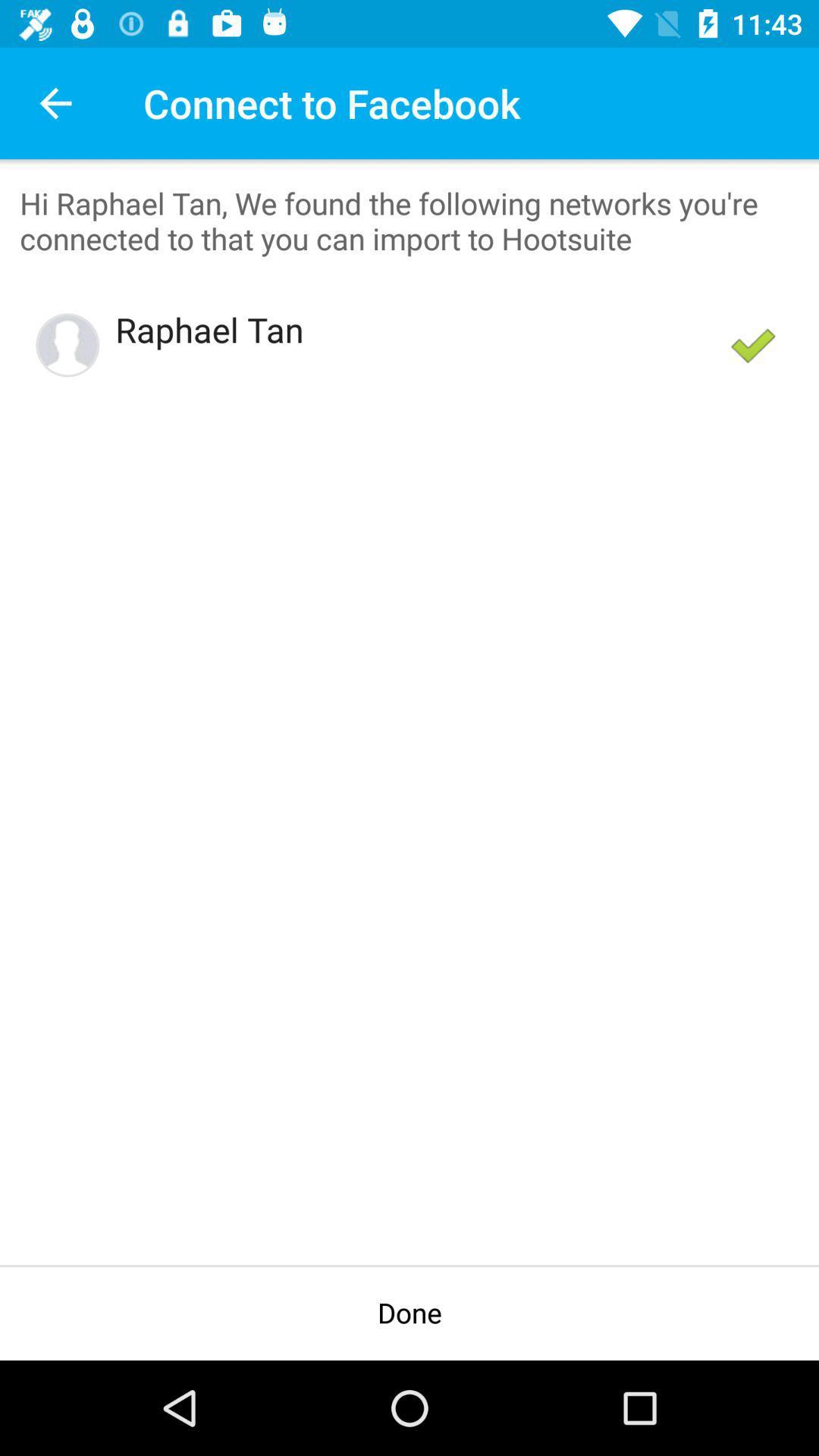  What do you see at coordinates (753, 344) in the screenshot?
I see `the check icon` at bounding box center [753, 344].